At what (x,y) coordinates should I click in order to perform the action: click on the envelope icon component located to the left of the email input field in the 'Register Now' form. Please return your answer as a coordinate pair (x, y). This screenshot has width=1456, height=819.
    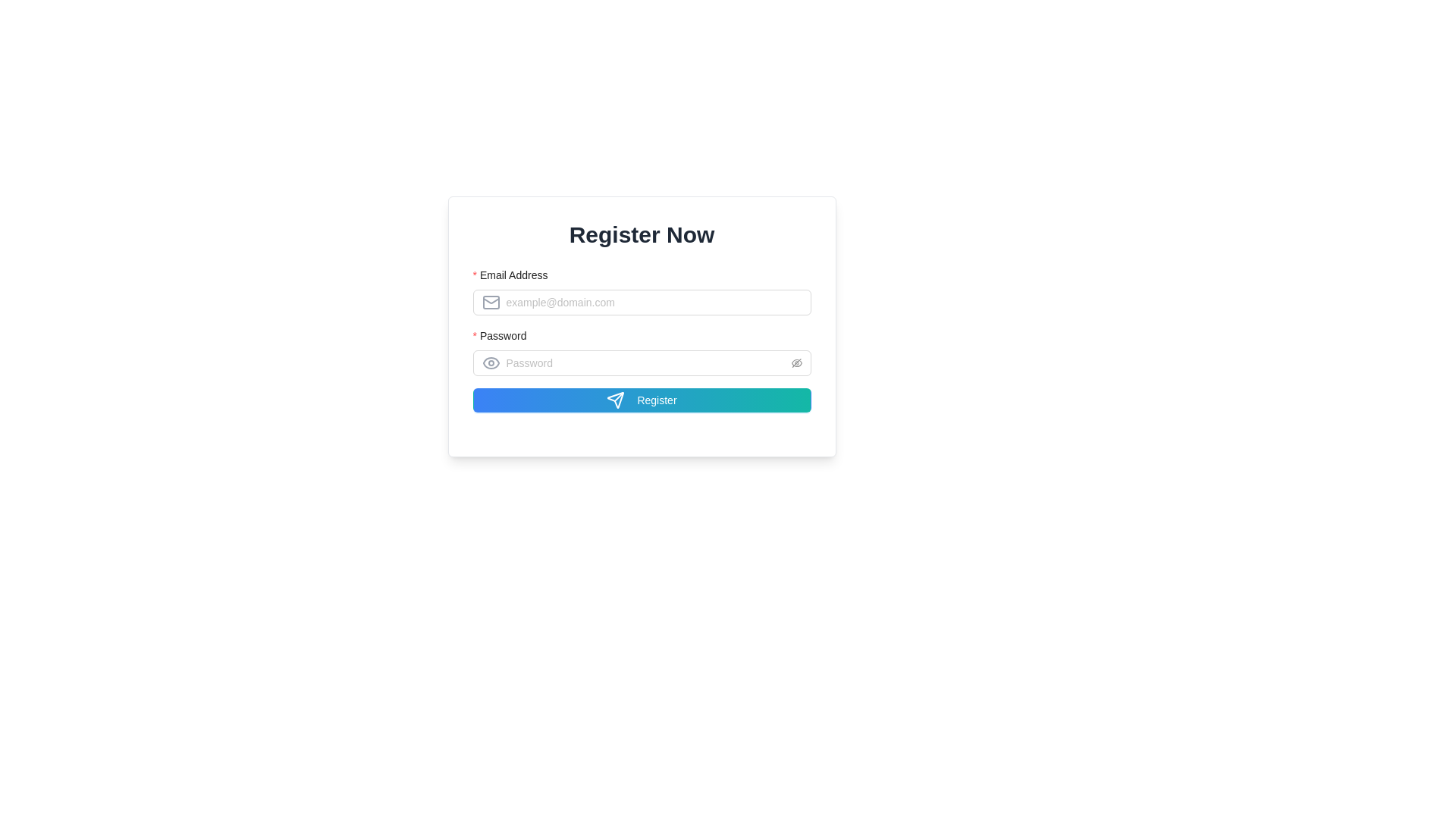
    Looking at the image, I should click on (491, 302).